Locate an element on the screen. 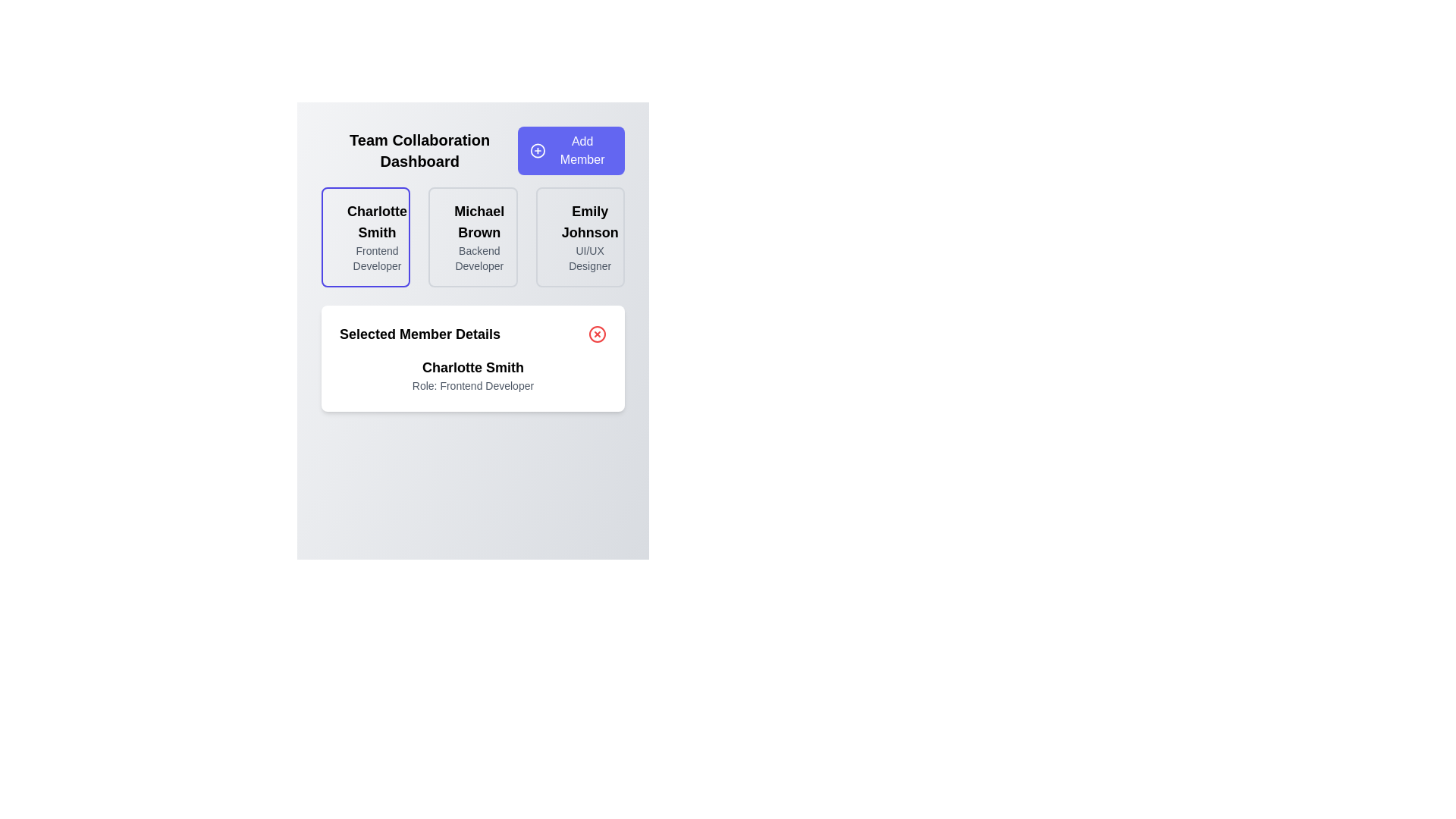 Image resolution: width=1456 pixels, height=819 pixels. the Text Label displaying the name of a member in the card interface of the dashboard is located at coordinates (589, 222).